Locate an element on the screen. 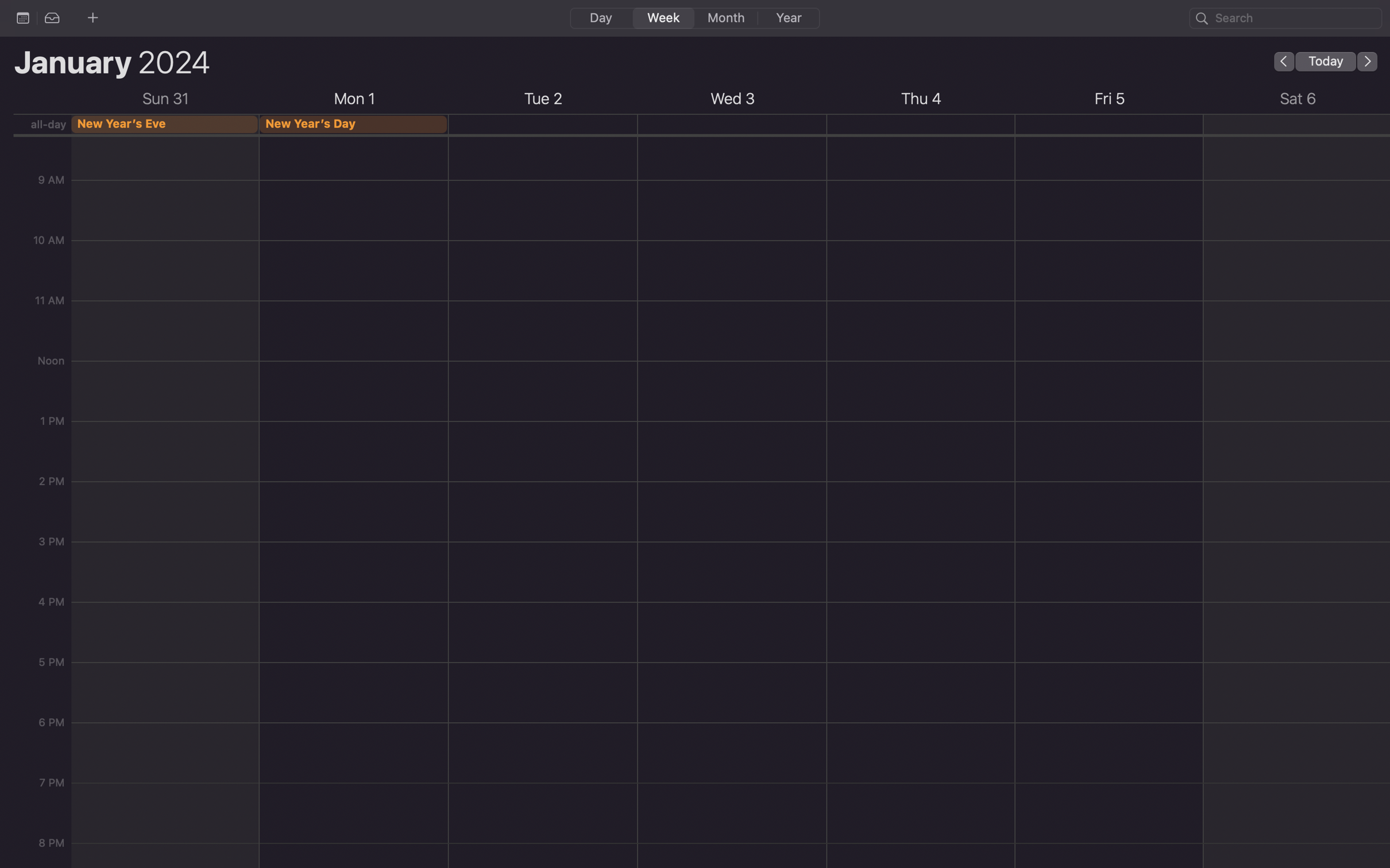 Image resolution: width=1390 pixels, height=868 pixels. up a reminder for 9 am on January 1st is located at coordinates (354, 190).